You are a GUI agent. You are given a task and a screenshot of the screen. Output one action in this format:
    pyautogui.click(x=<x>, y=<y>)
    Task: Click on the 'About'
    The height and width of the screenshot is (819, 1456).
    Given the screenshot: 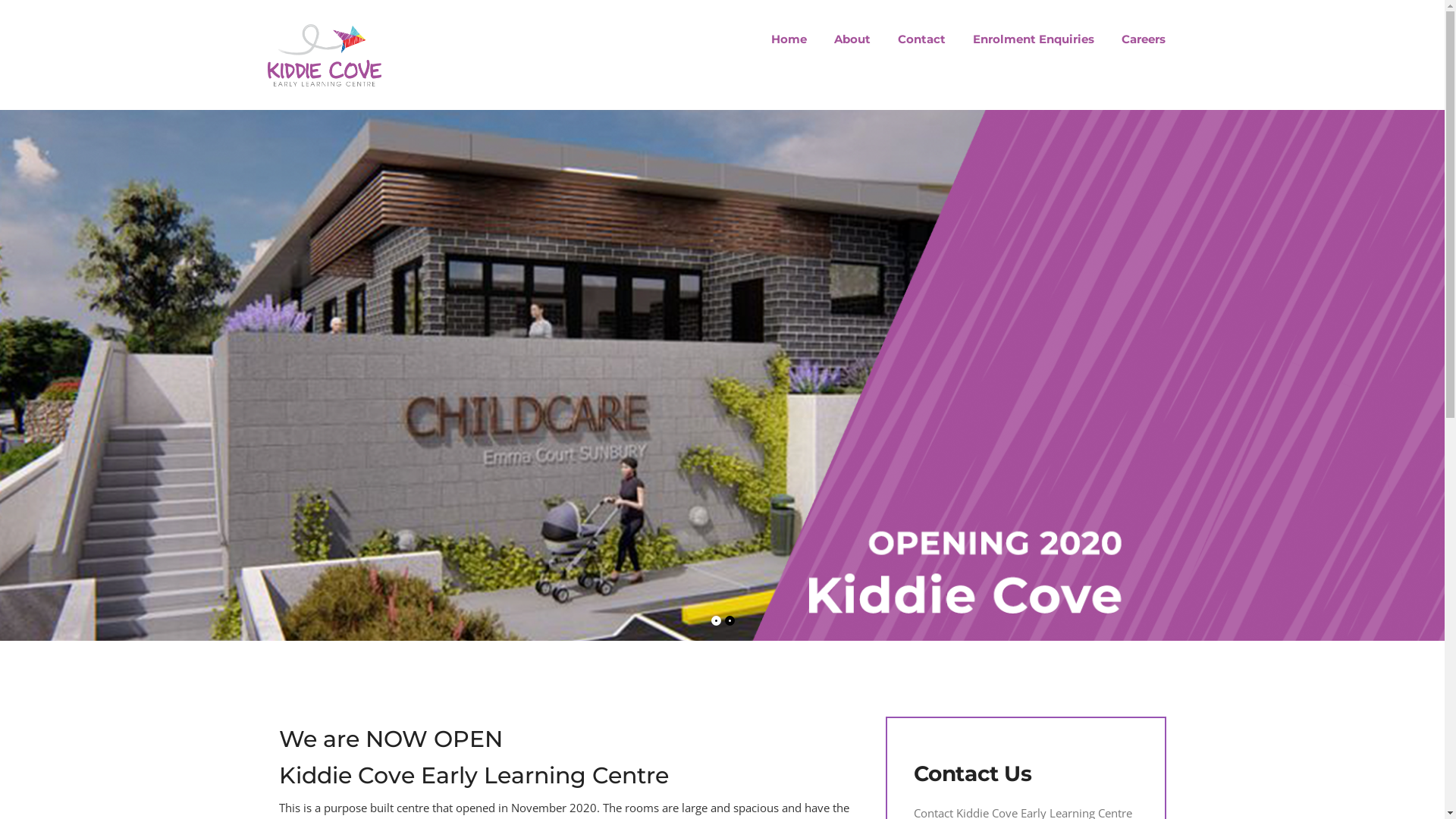 What is the action you would take?
    pyautogui.click(x=852, y=38)
    